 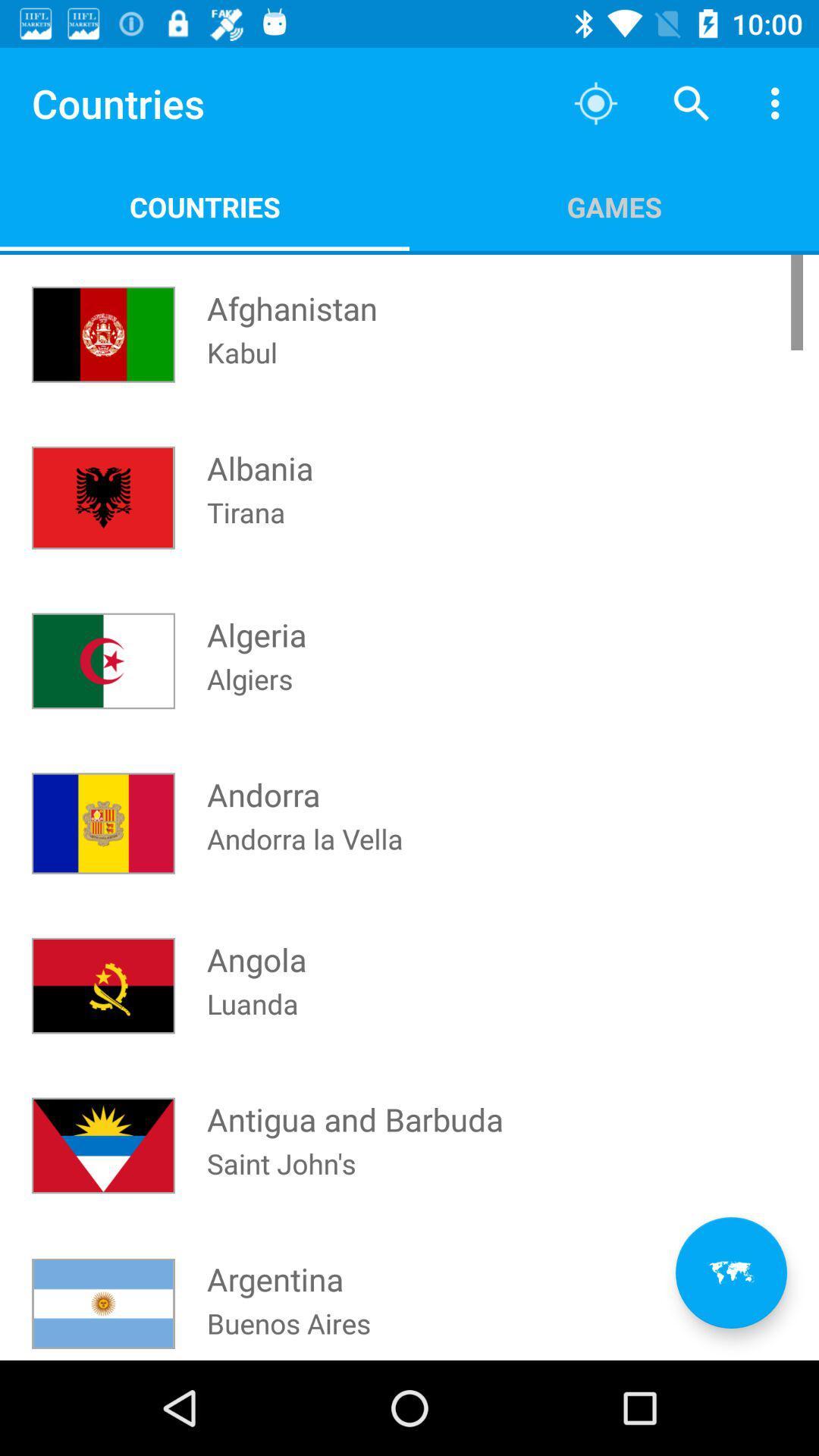 What do you see at coordinates (281, 1182) in the screenshot?
I see `the item above argentina item` at bounding box center [281, 1182].